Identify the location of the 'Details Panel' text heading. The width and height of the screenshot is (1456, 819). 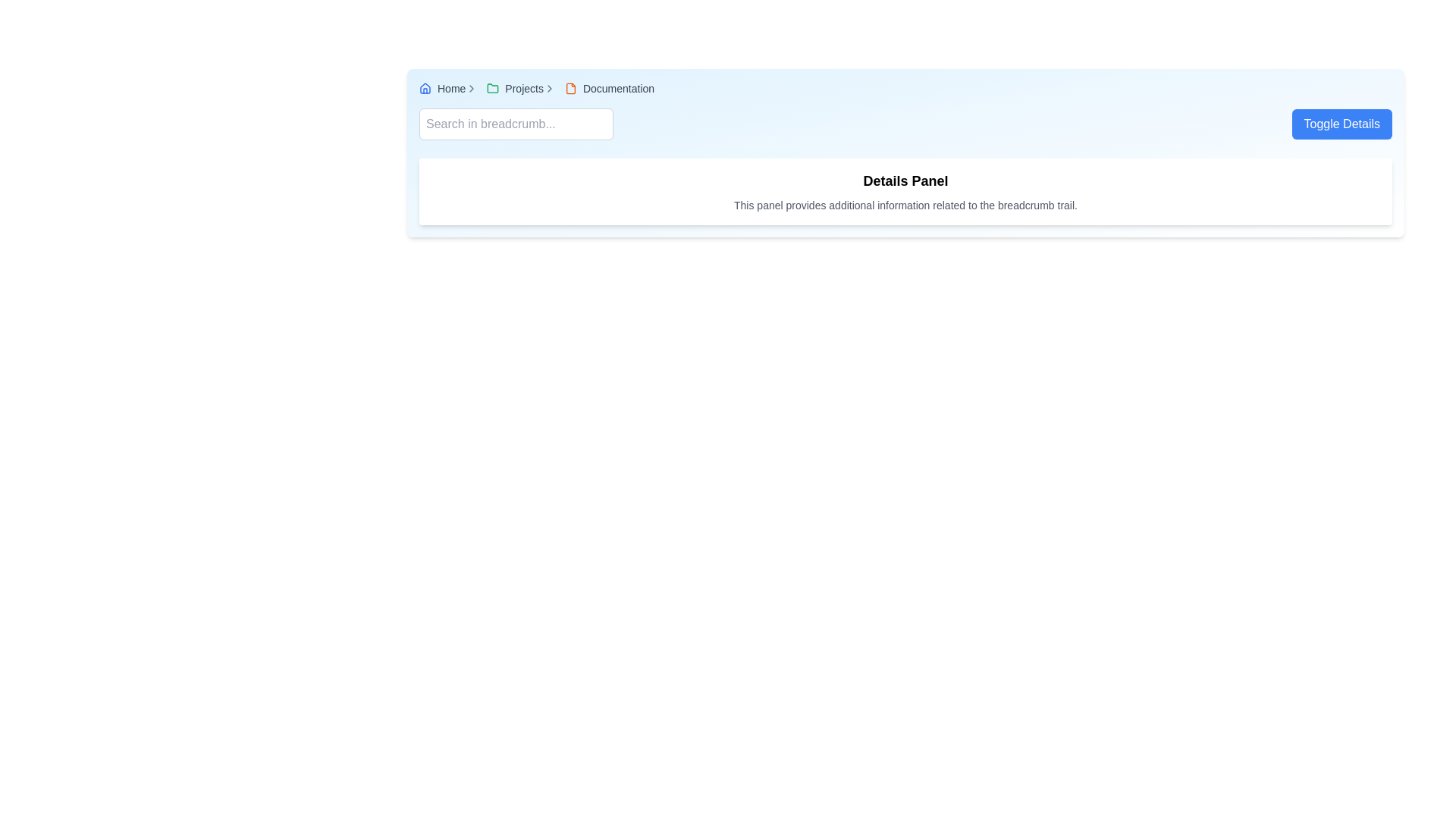
(905, 180).